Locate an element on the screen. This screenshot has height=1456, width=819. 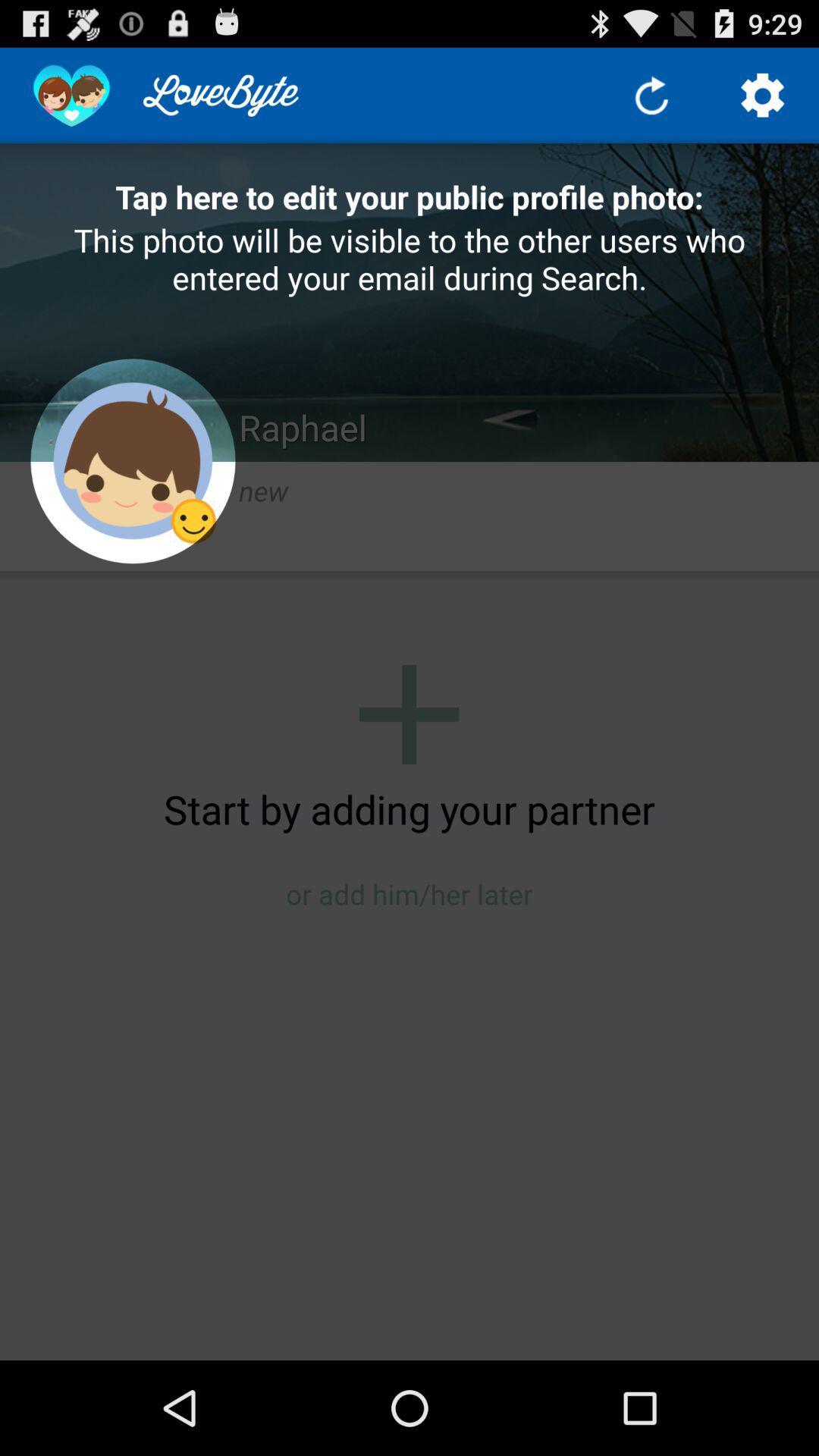
or add him item is located at coordinates (409, 894).